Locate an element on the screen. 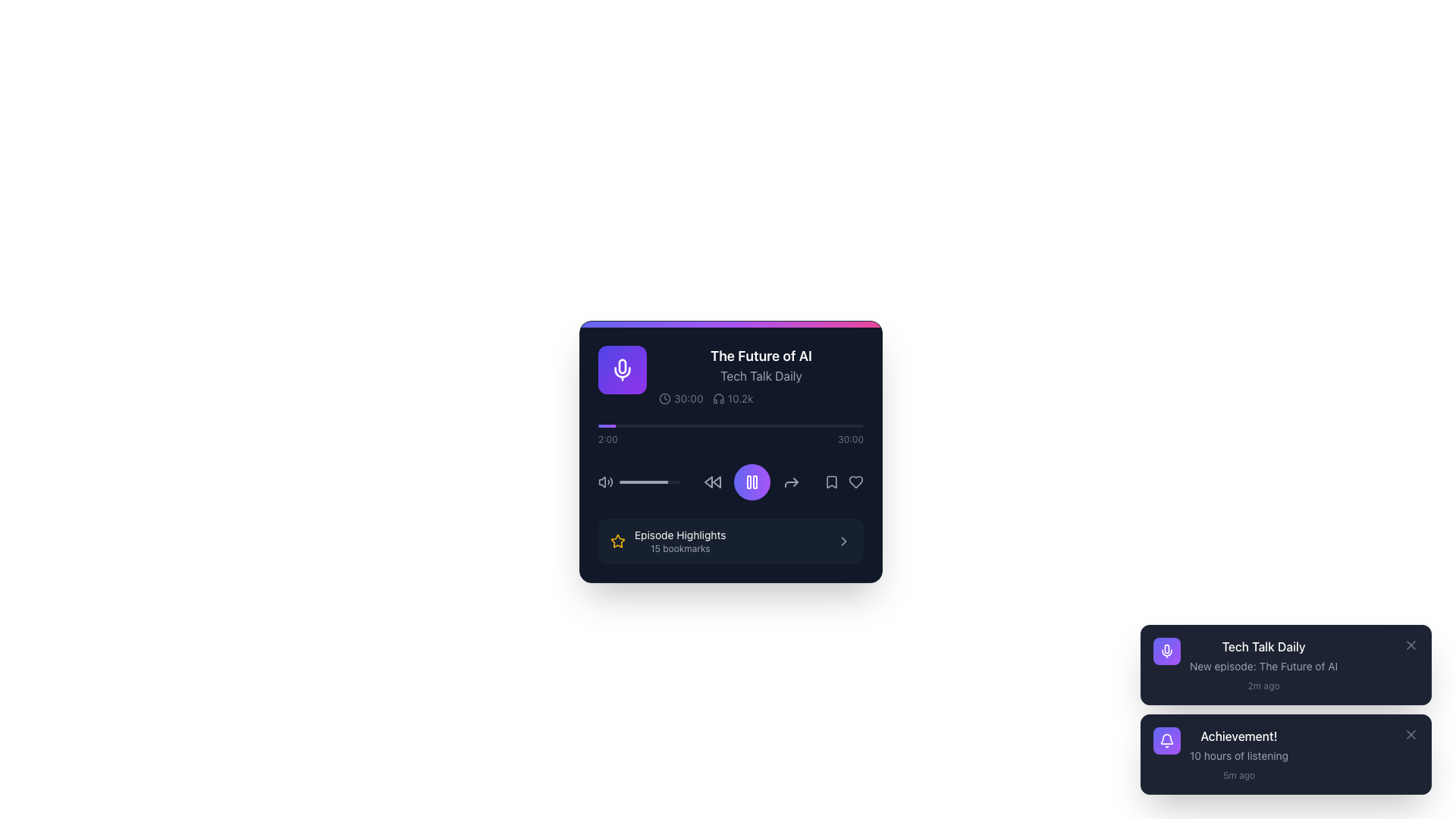  the appearance of the microphone icon, which is white on a gradient purple background, located in the top-left corner of the podcast information card interface is located at coordinates (622, 370).